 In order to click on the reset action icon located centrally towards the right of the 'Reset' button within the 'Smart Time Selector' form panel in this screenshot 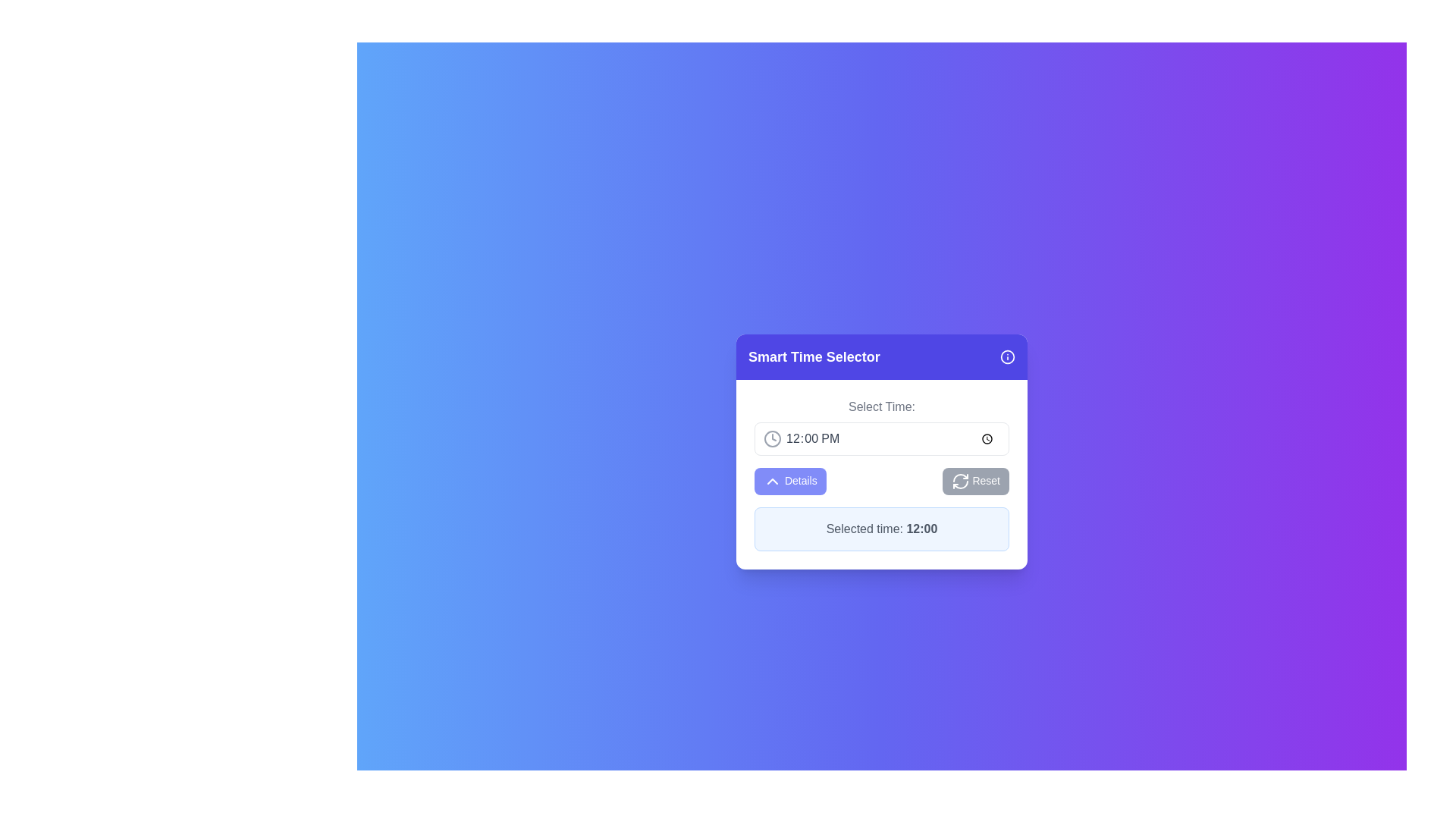, I will do `click(959, 482)`.